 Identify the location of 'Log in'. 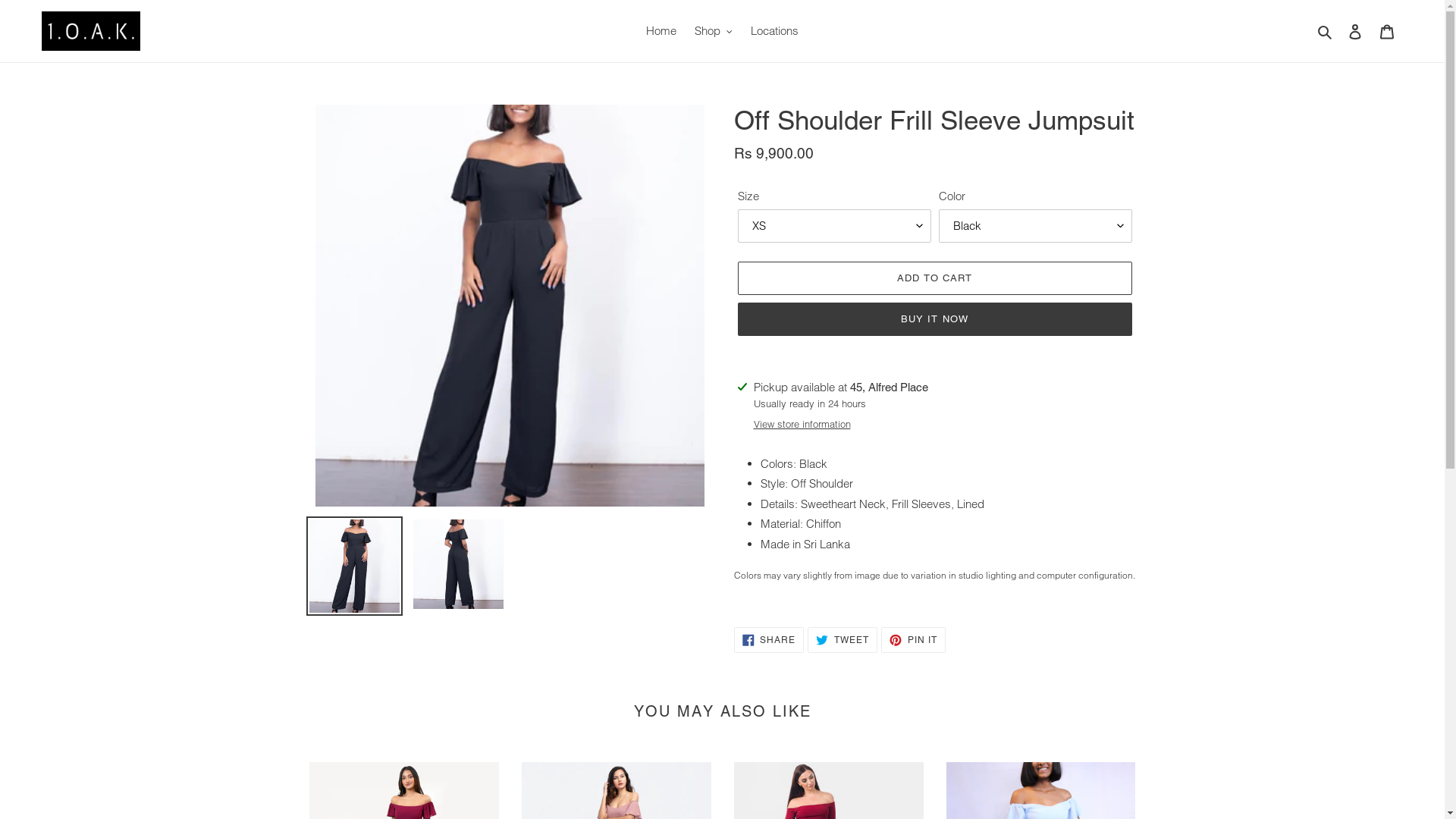
(1354, 31).